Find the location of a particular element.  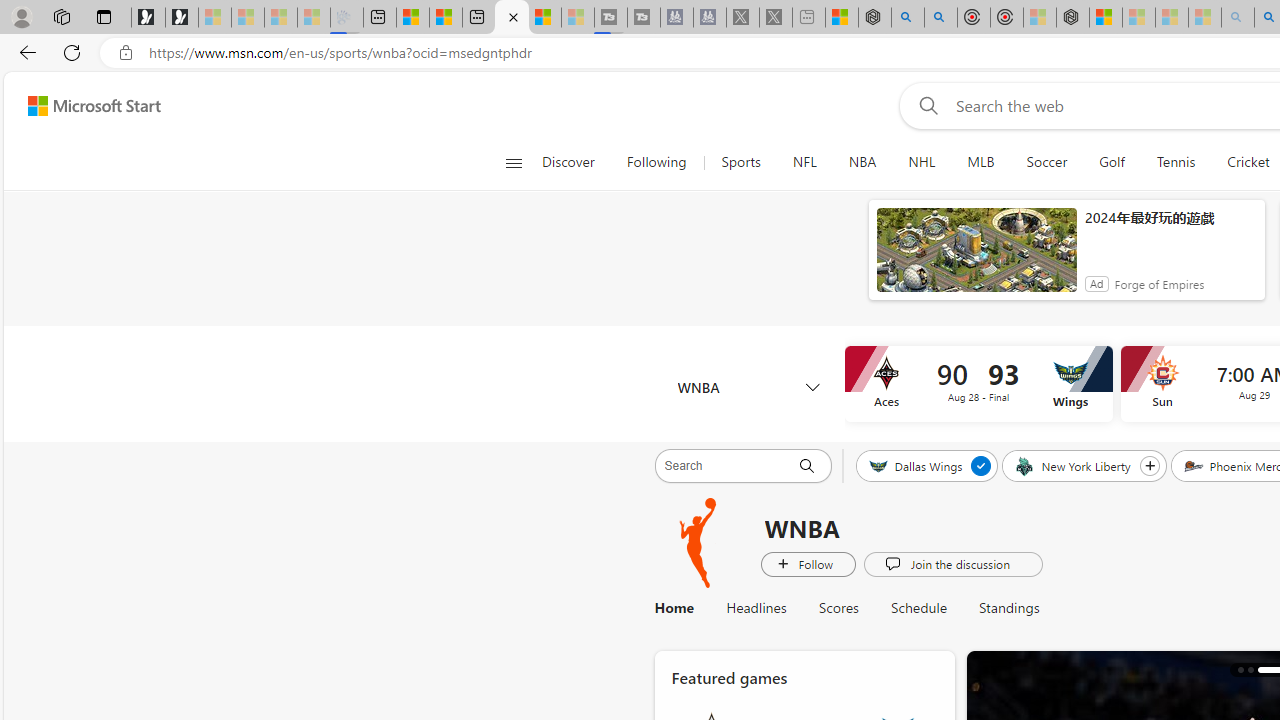

'MLB' is located at coordinates (980, 162).